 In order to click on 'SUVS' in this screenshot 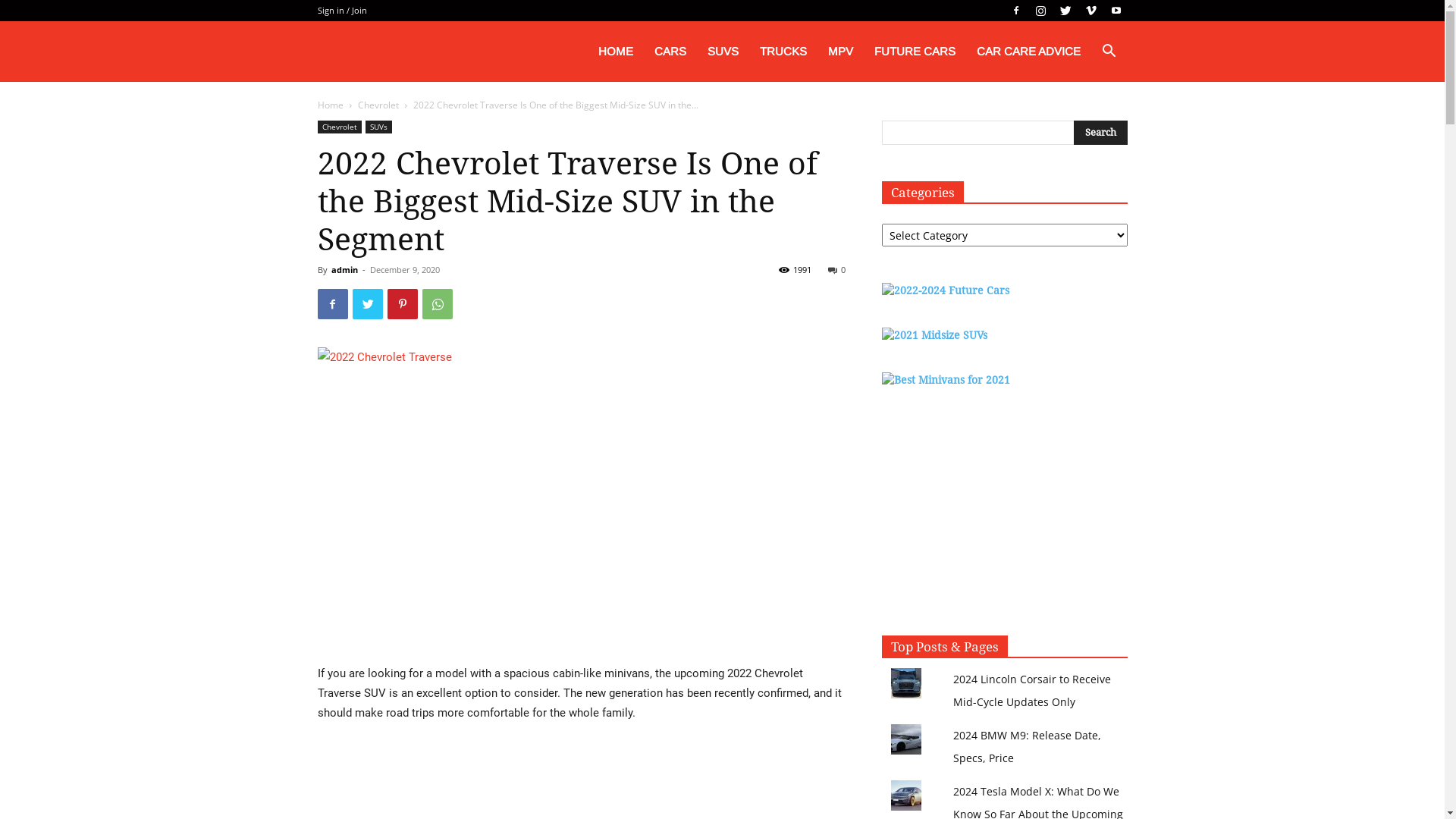, I will do `click(721, 51)`.